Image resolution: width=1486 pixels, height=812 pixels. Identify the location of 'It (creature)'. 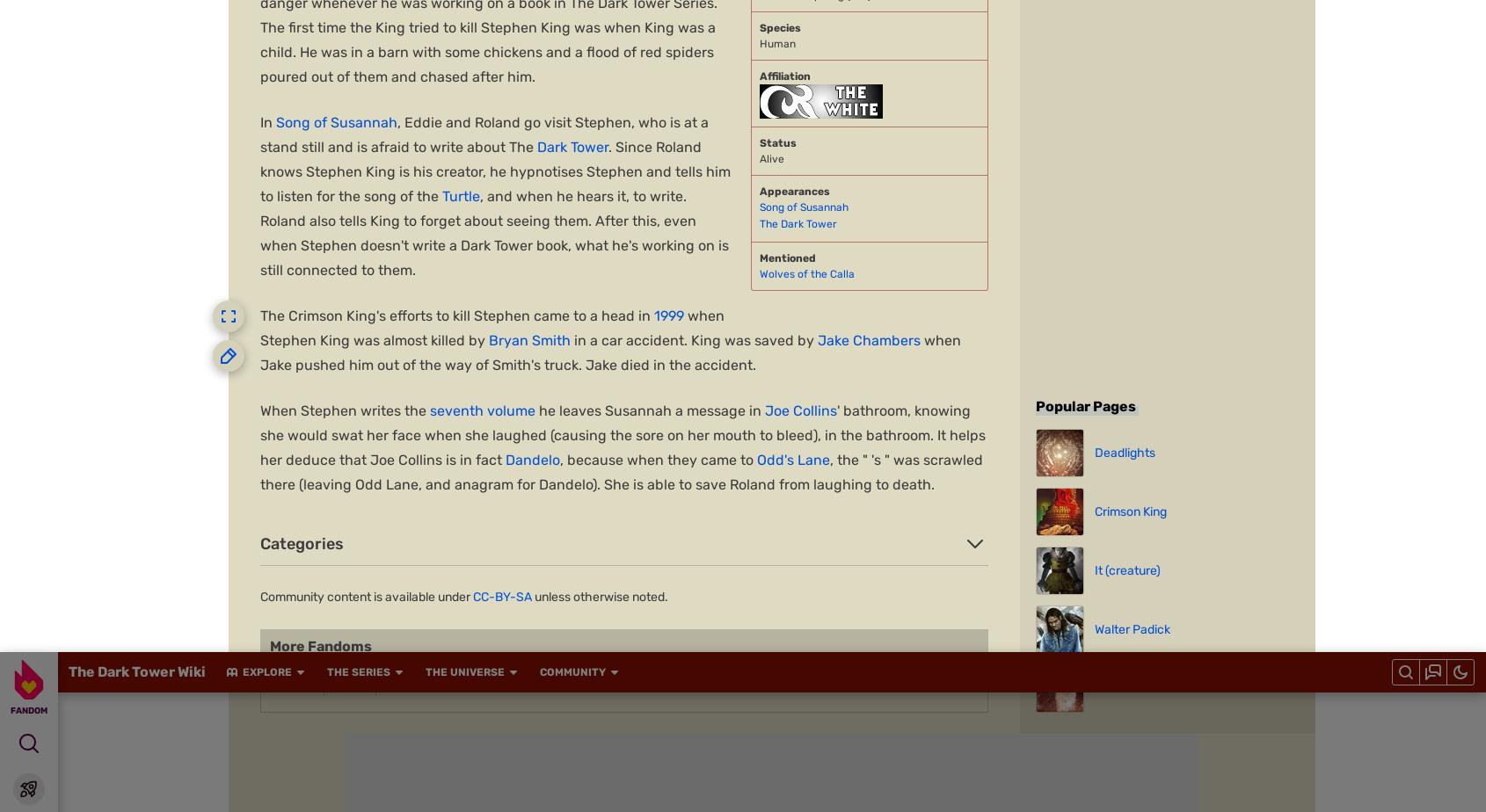
(664, 395).